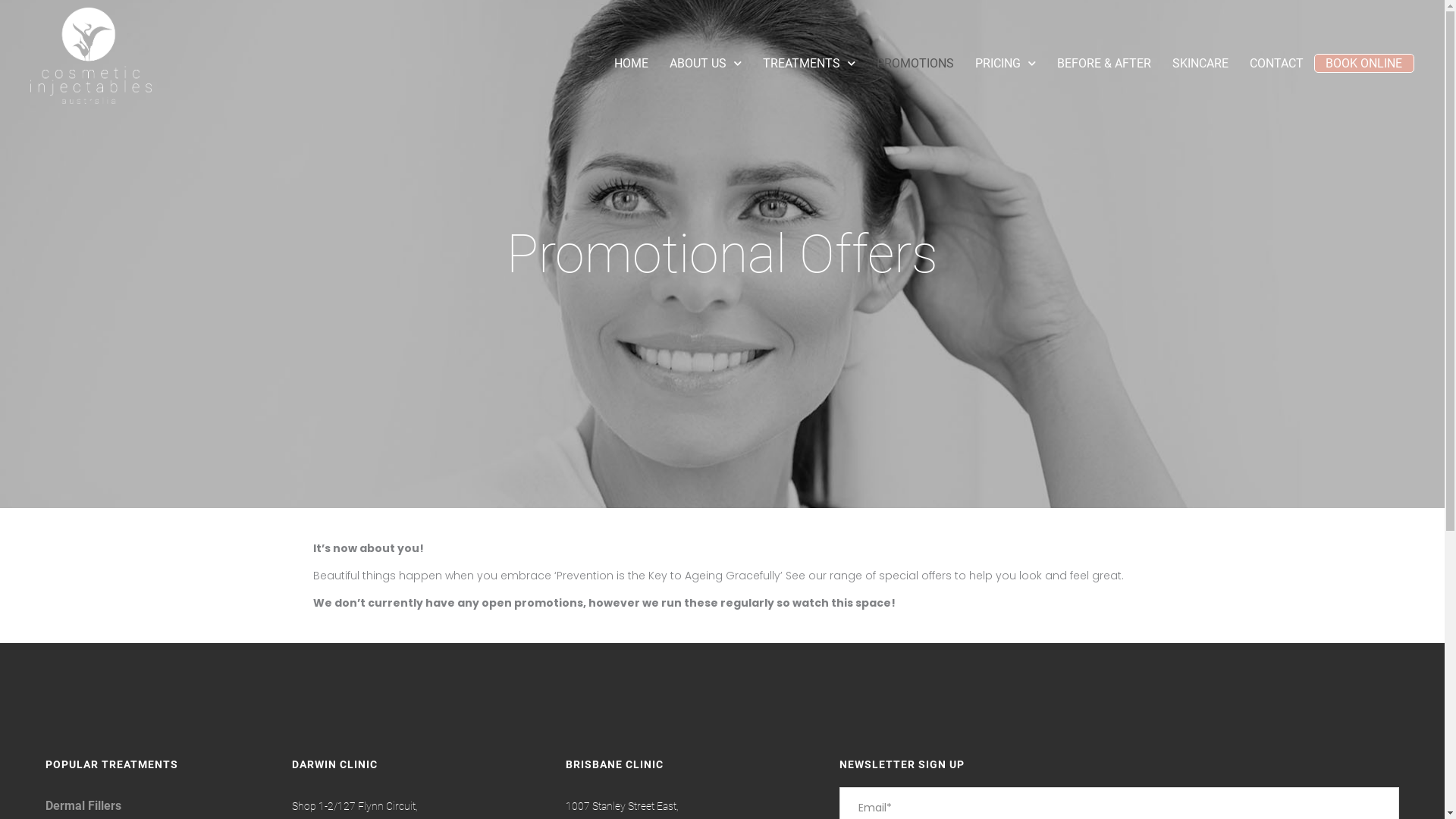 This screenshot has width=1456, height=819. What do you see at coordinates (1324, 62) in the screenshot?
I see `'BOOK ONLINE'` at bounding box center [1324, 62].